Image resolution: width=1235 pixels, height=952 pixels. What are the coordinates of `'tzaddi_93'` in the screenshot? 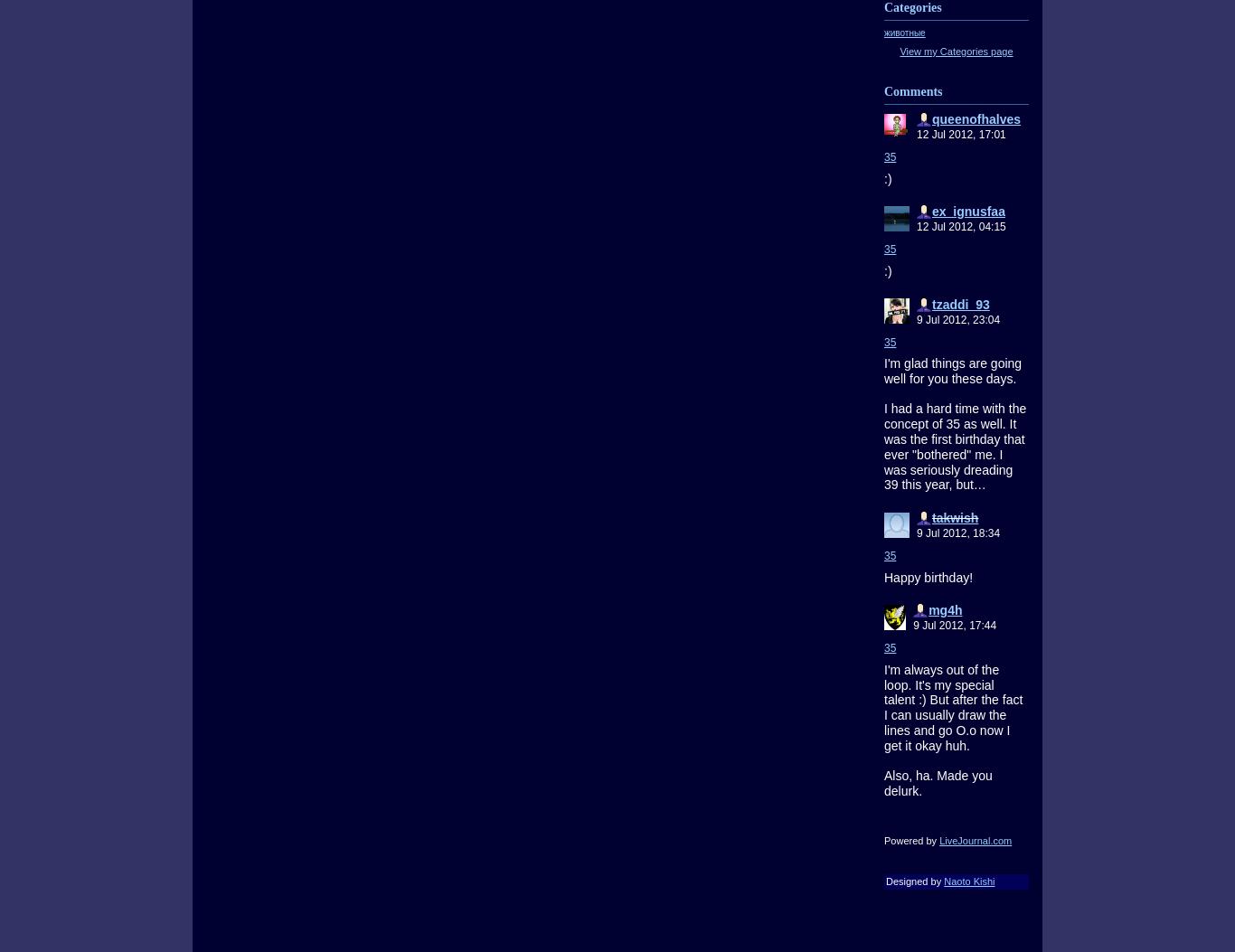 It's located at (959, 303).